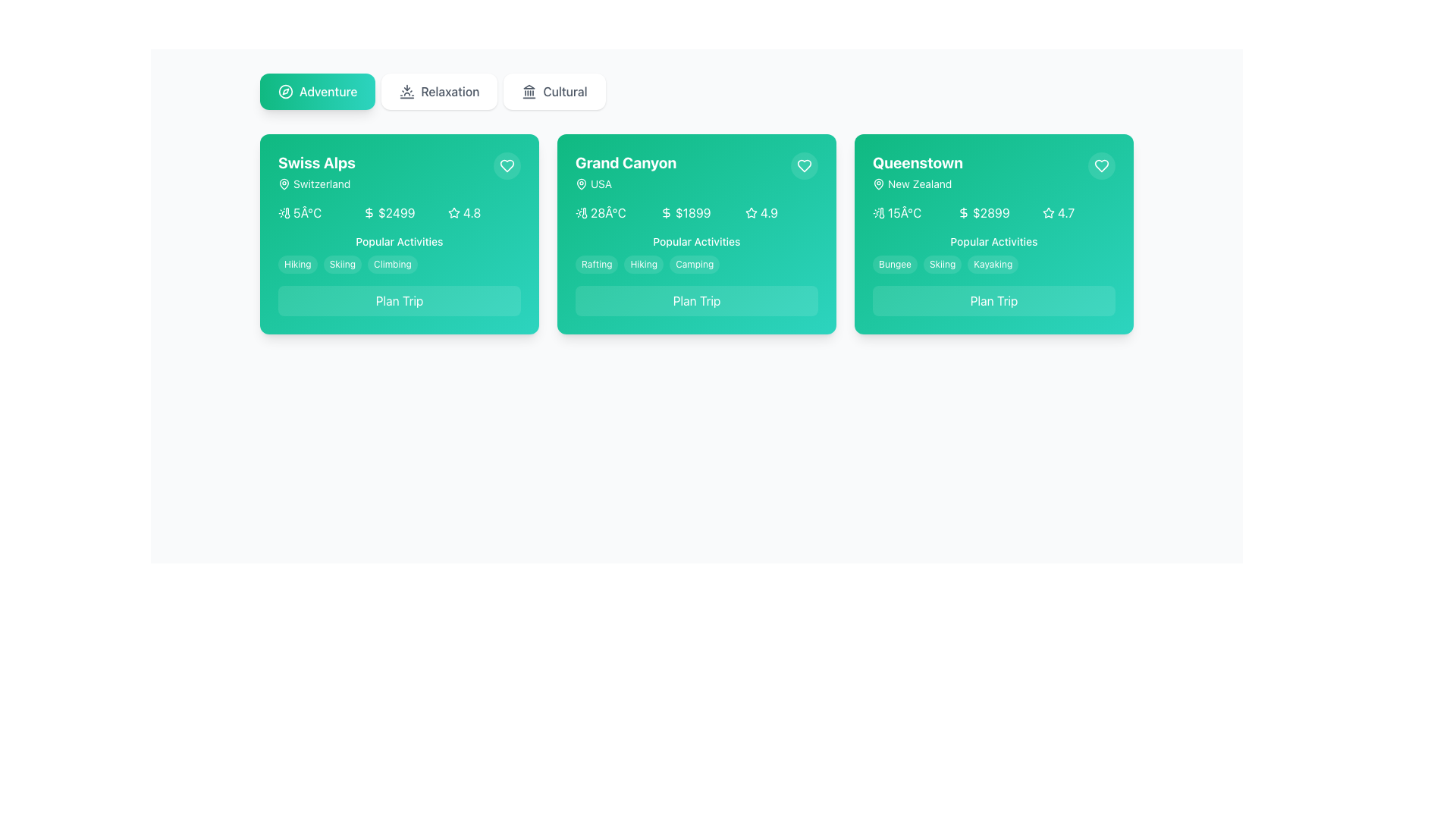 Image resolution: width=1456 pixels, height=819 pixels. What do you see at coordinates (608, 213) in the screenshot?
I see `the Text Label displaying '28°C', which is styled in white over a green background and located at the top-left region of the 'Grand Canyon' card, immediately to the right of a temperature-related icon` at bounding box center [608, 213].